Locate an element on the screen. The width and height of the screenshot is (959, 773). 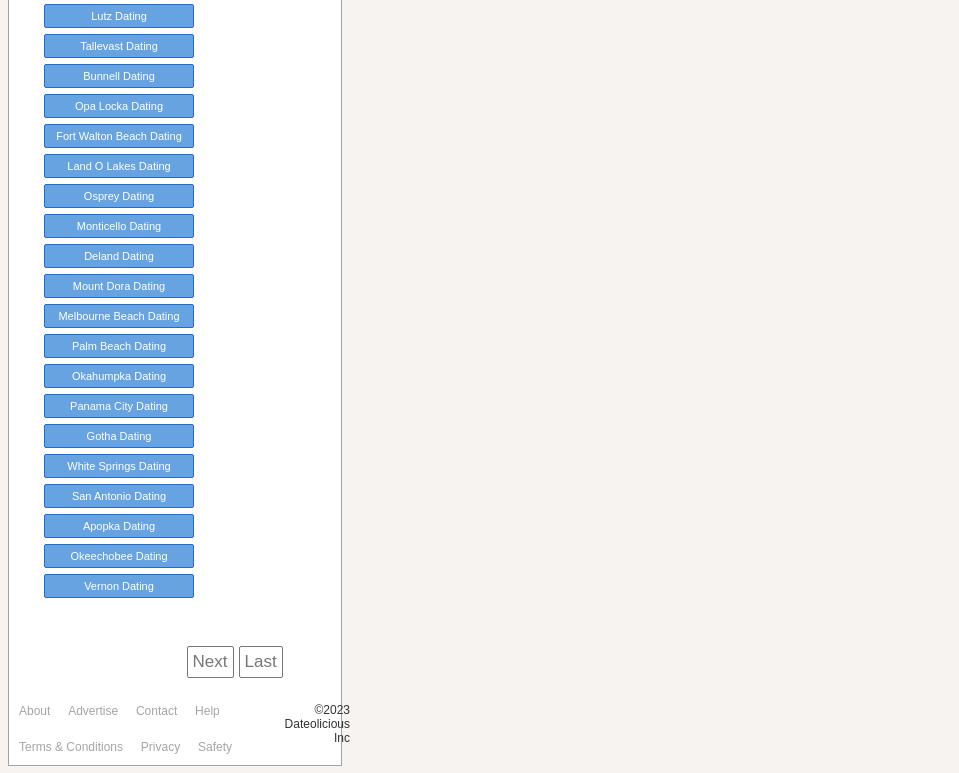
'Next' is located at coordinates (190, 661).